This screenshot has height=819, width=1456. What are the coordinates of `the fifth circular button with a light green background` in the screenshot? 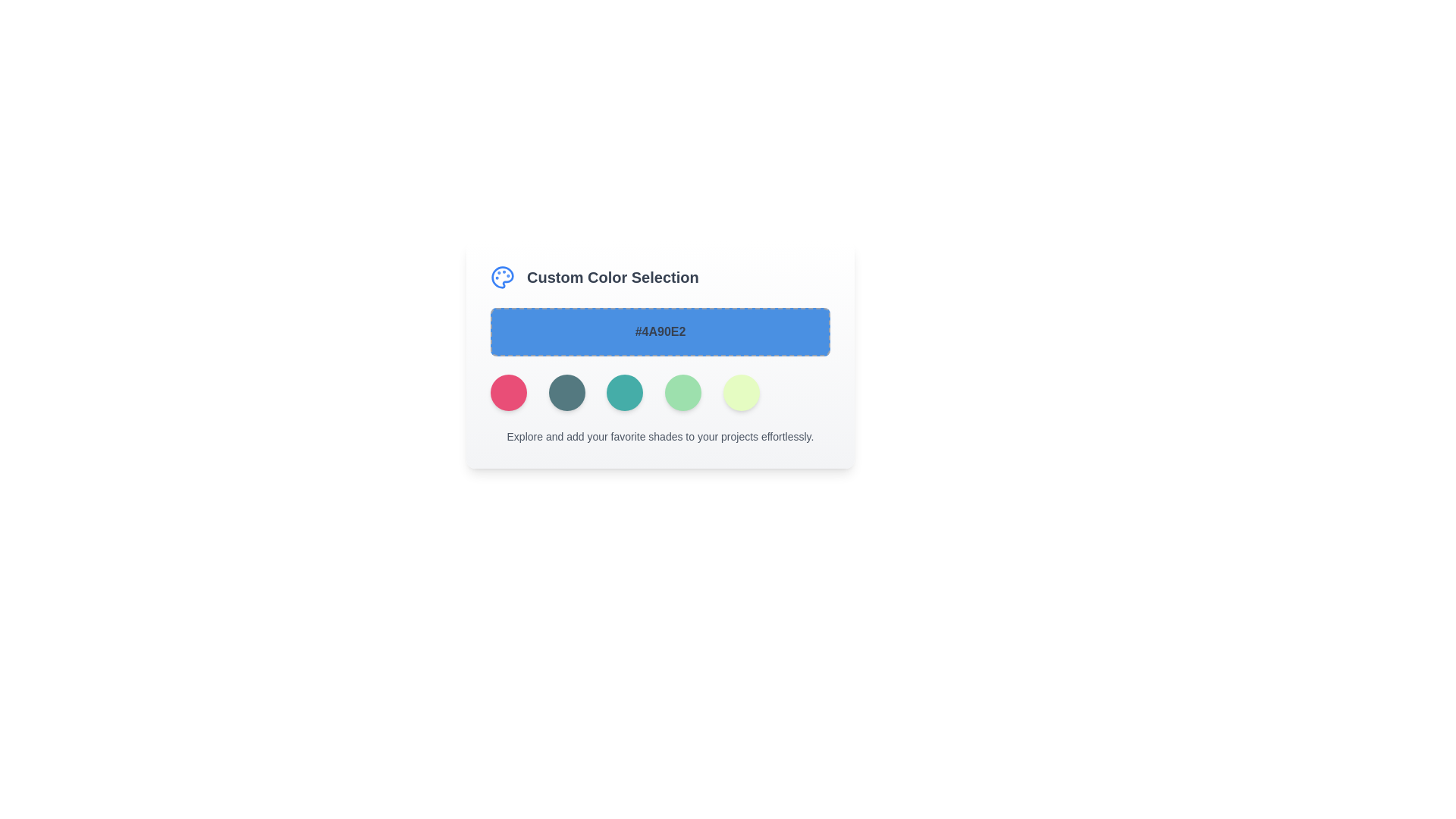 It's located at (741, 391).